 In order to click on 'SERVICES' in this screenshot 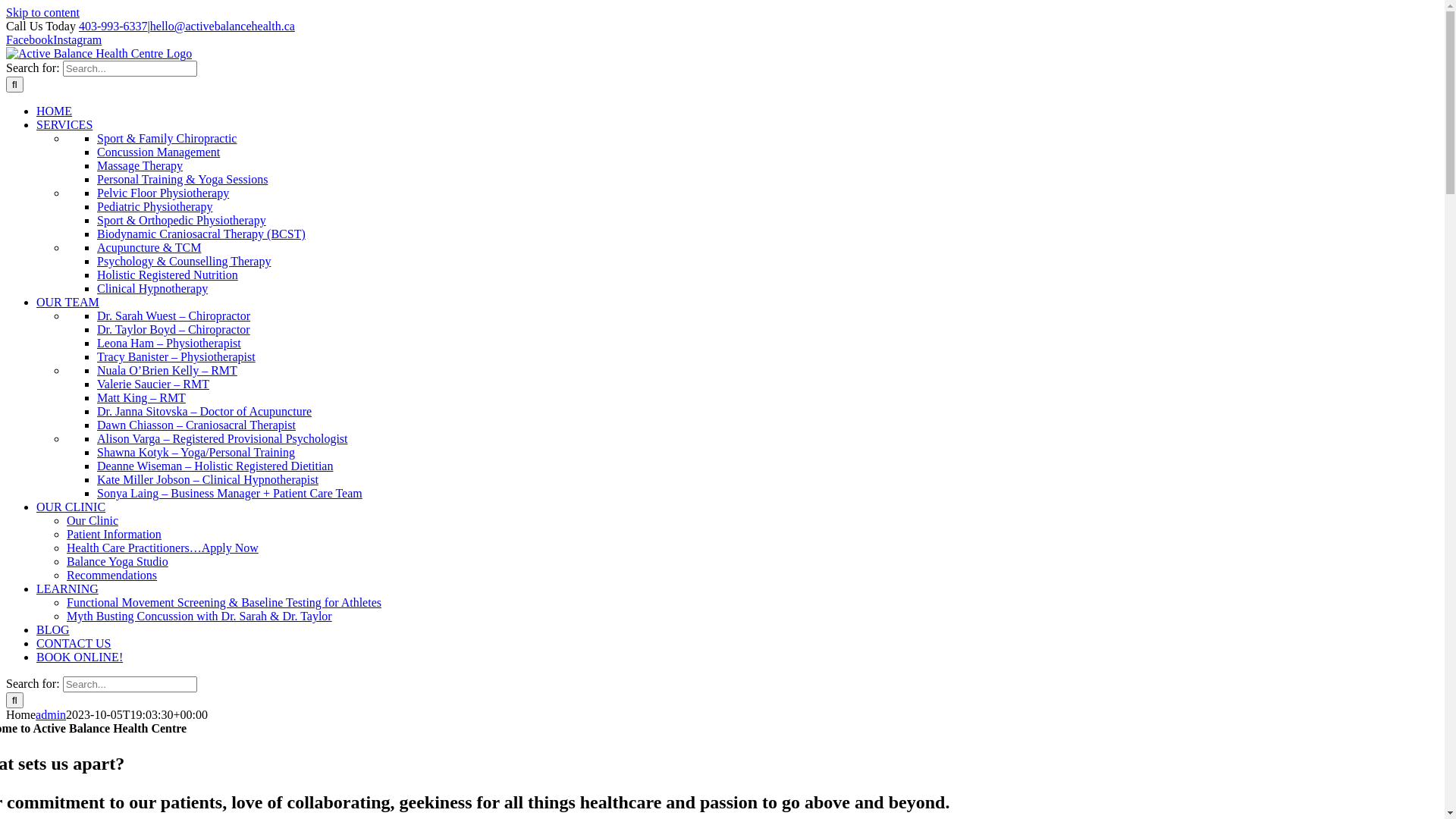, I will do `click(64, 124)`.